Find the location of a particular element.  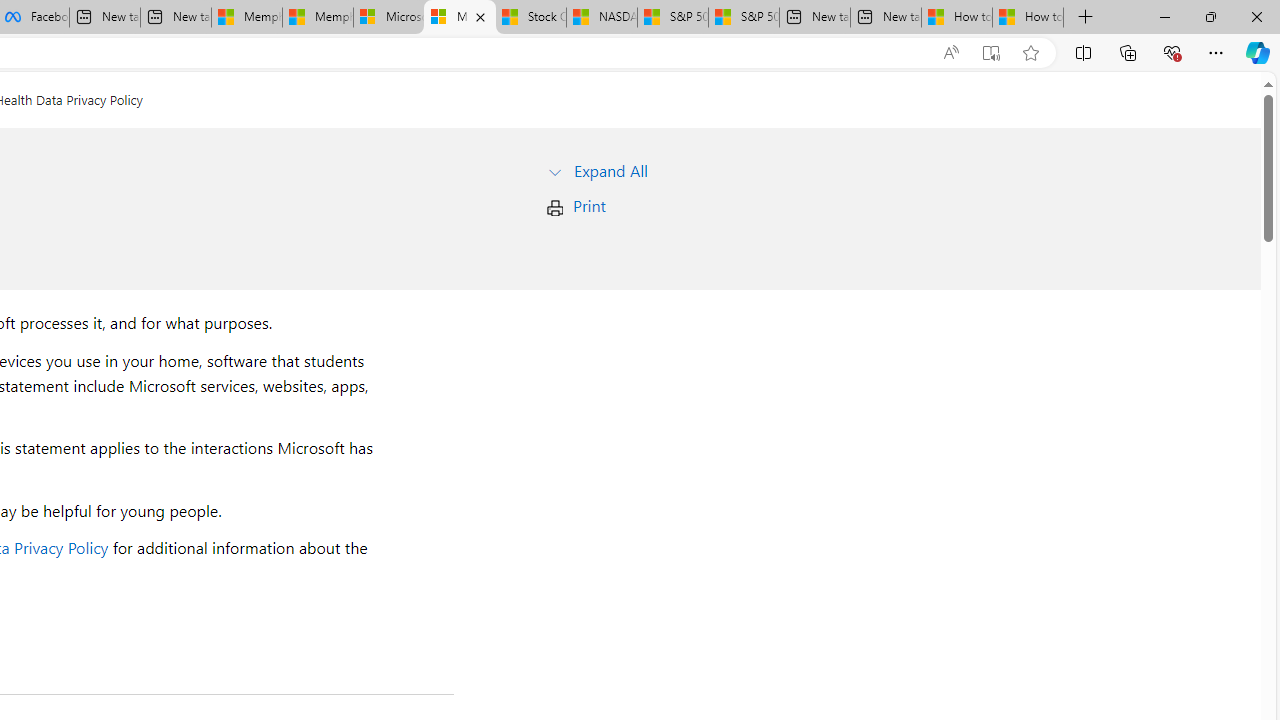

'Enter Immersive Reader (F9)' is located at coordinates (991, 52).